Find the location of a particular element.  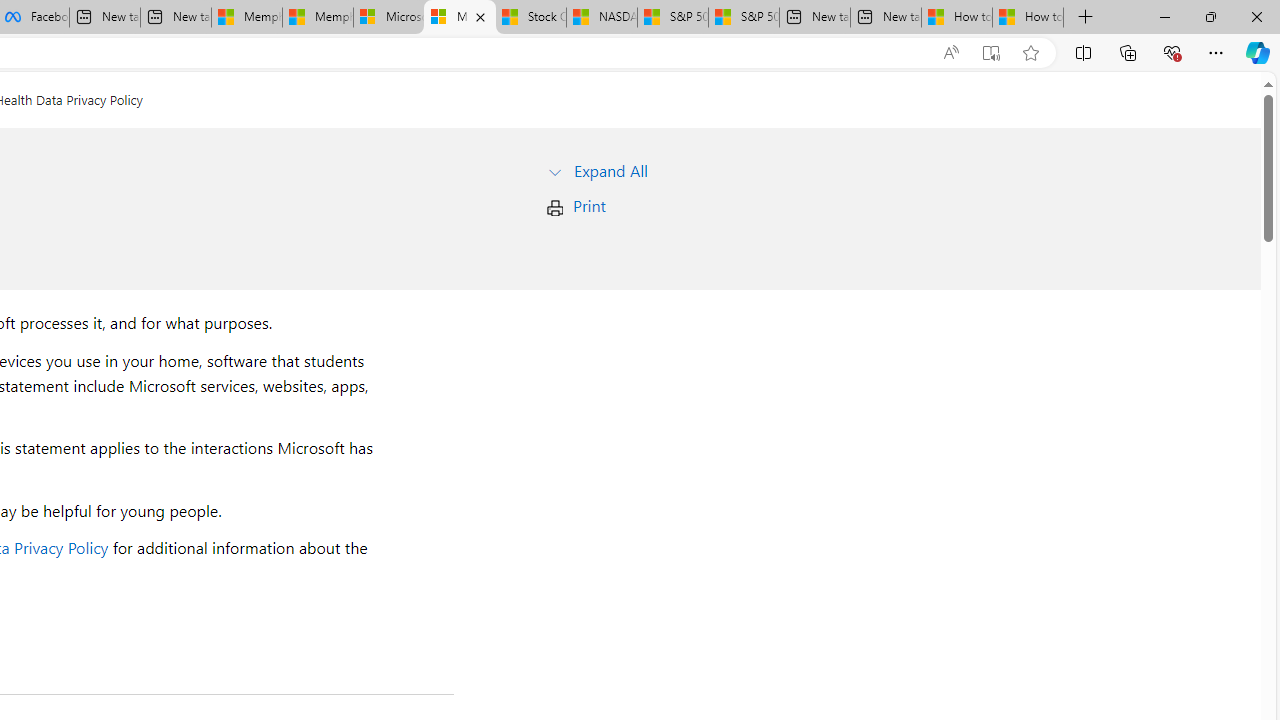

'Enter Immersive Reader (F9)' is located at coordinates (991, 52).